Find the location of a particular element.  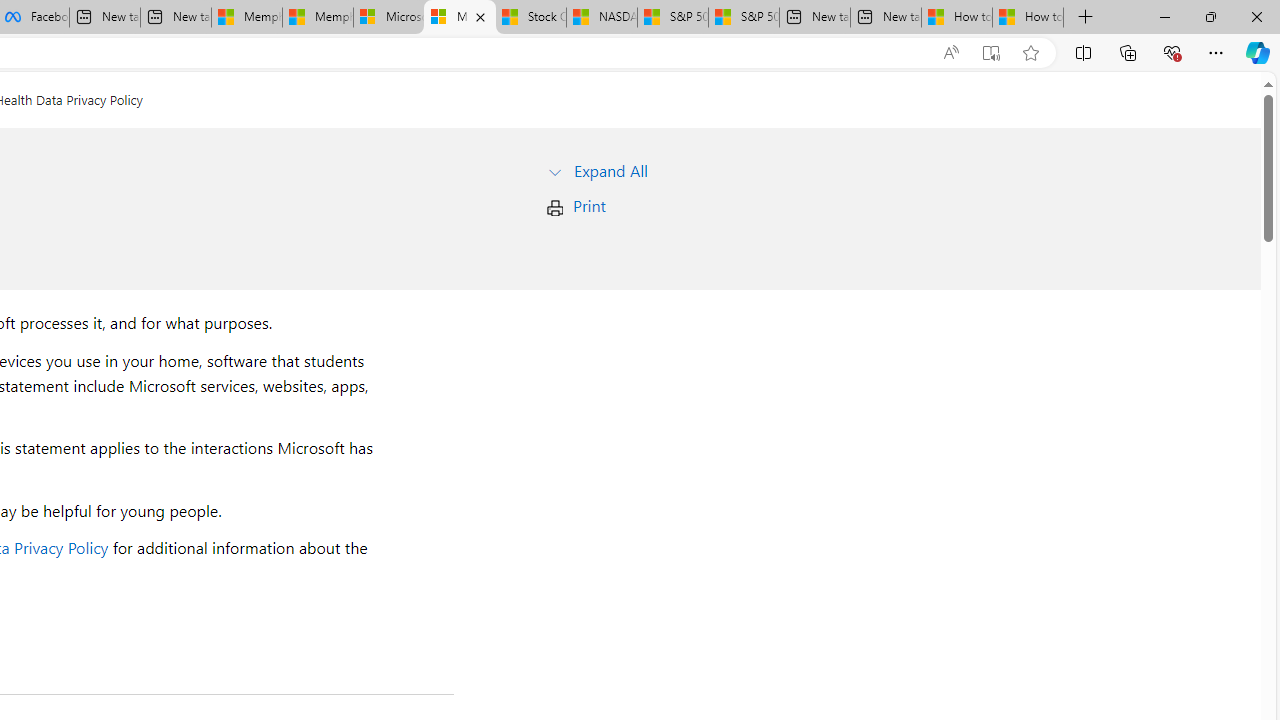

'Enter Immersive Reader (F9)' is located at coordinates (991, 52).